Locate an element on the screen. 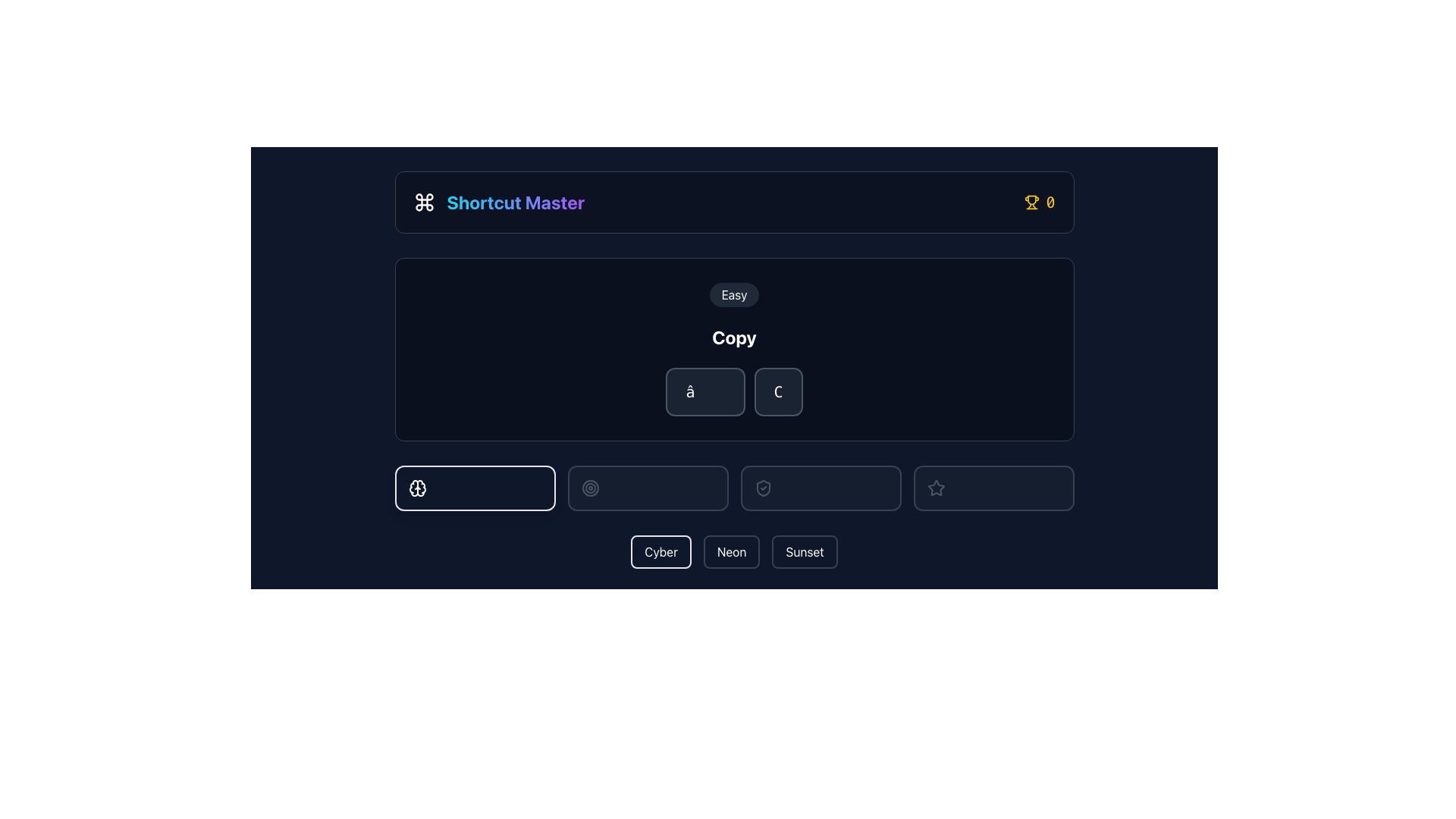 Image resolution: width=1456 pixels, height=819 pixels. the decorative icon or branding graphic associated with the title 'Shortcut Master', located in the top-left section of the interface, directly to the left of the title text is located at coordinates (424, 201).